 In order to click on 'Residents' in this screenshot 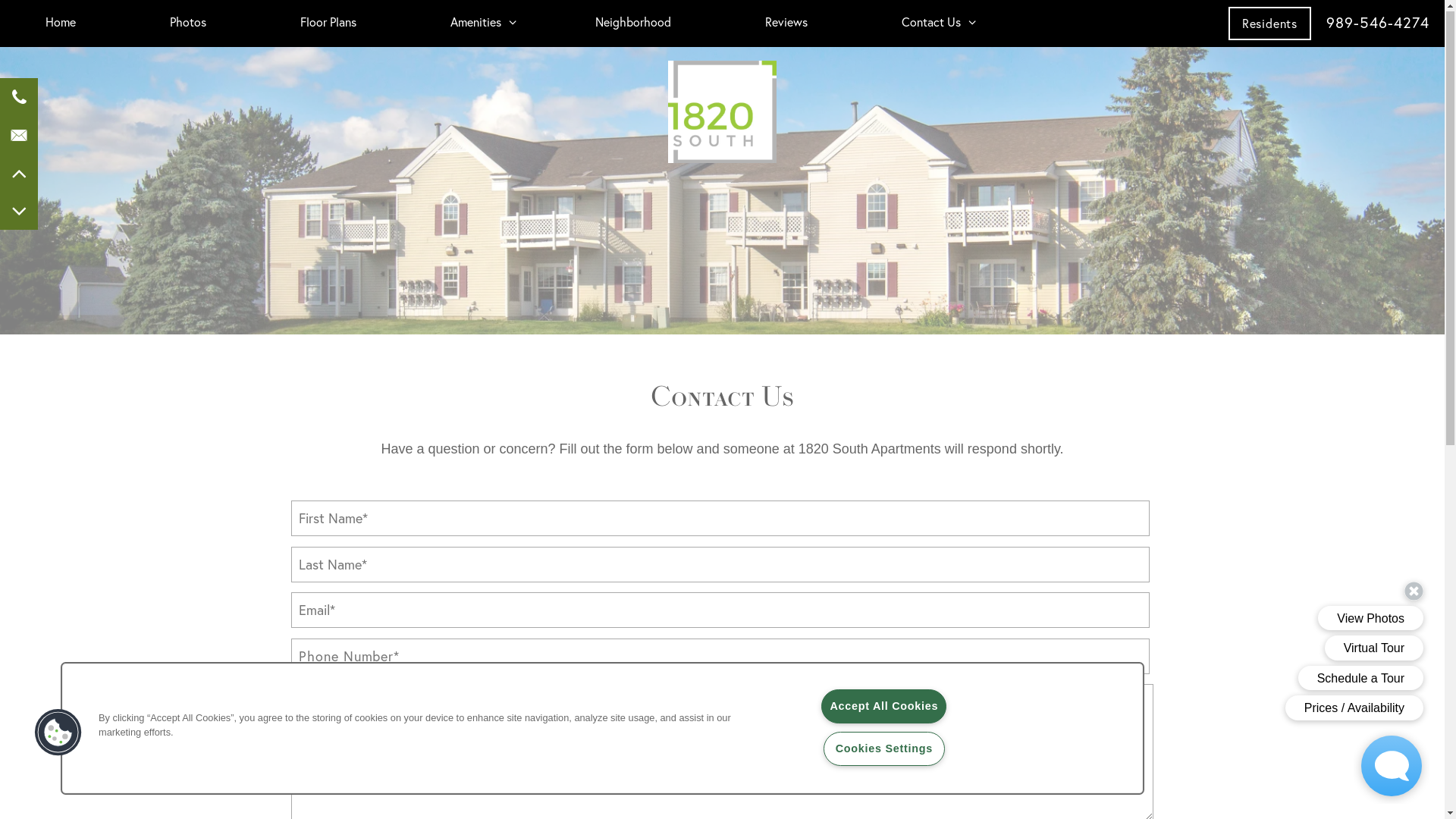, I will do `click(1269, 24)`.